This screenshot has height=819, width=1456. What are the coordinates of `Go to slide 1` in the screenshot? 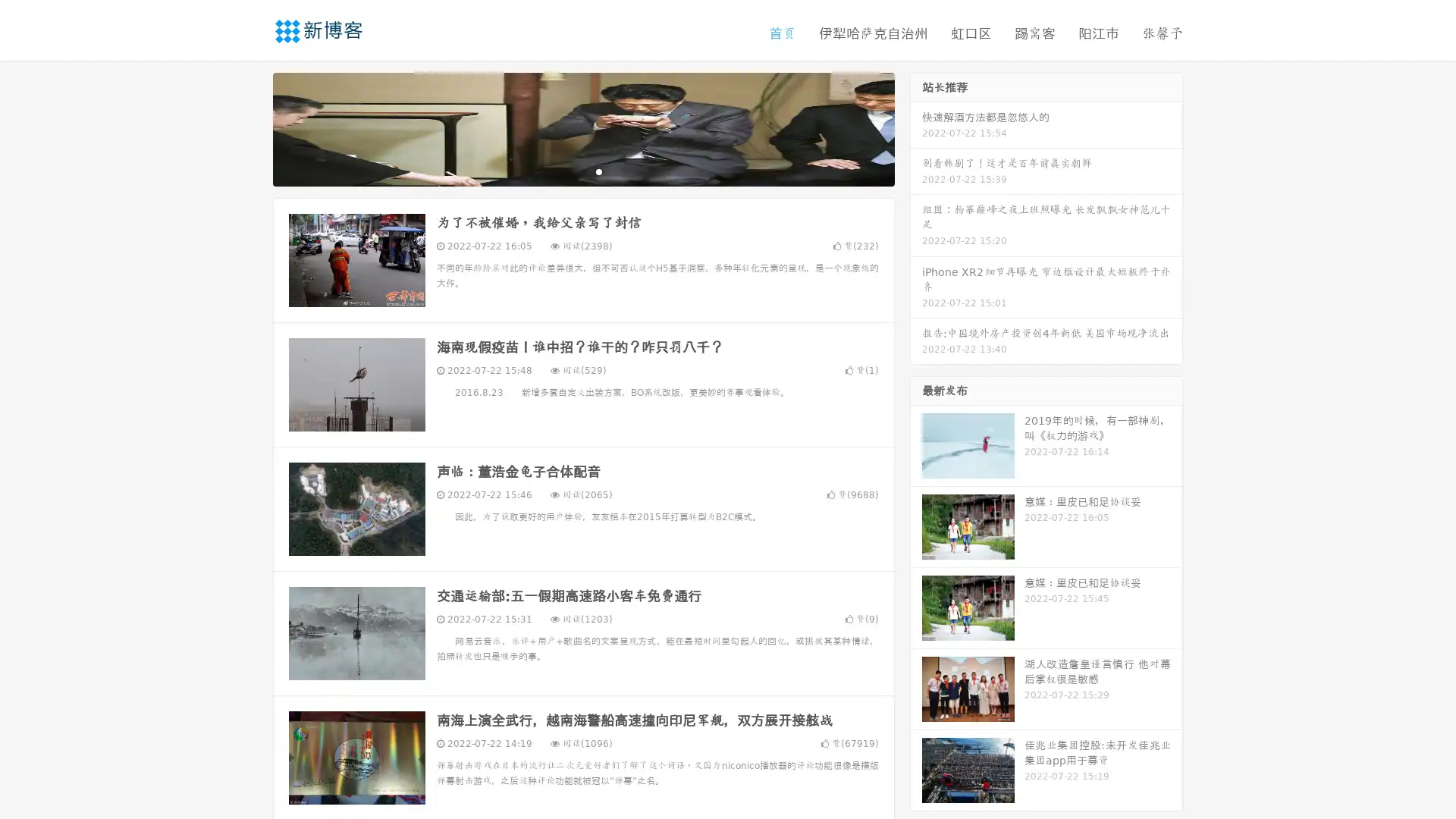 It's located at (567, 171).